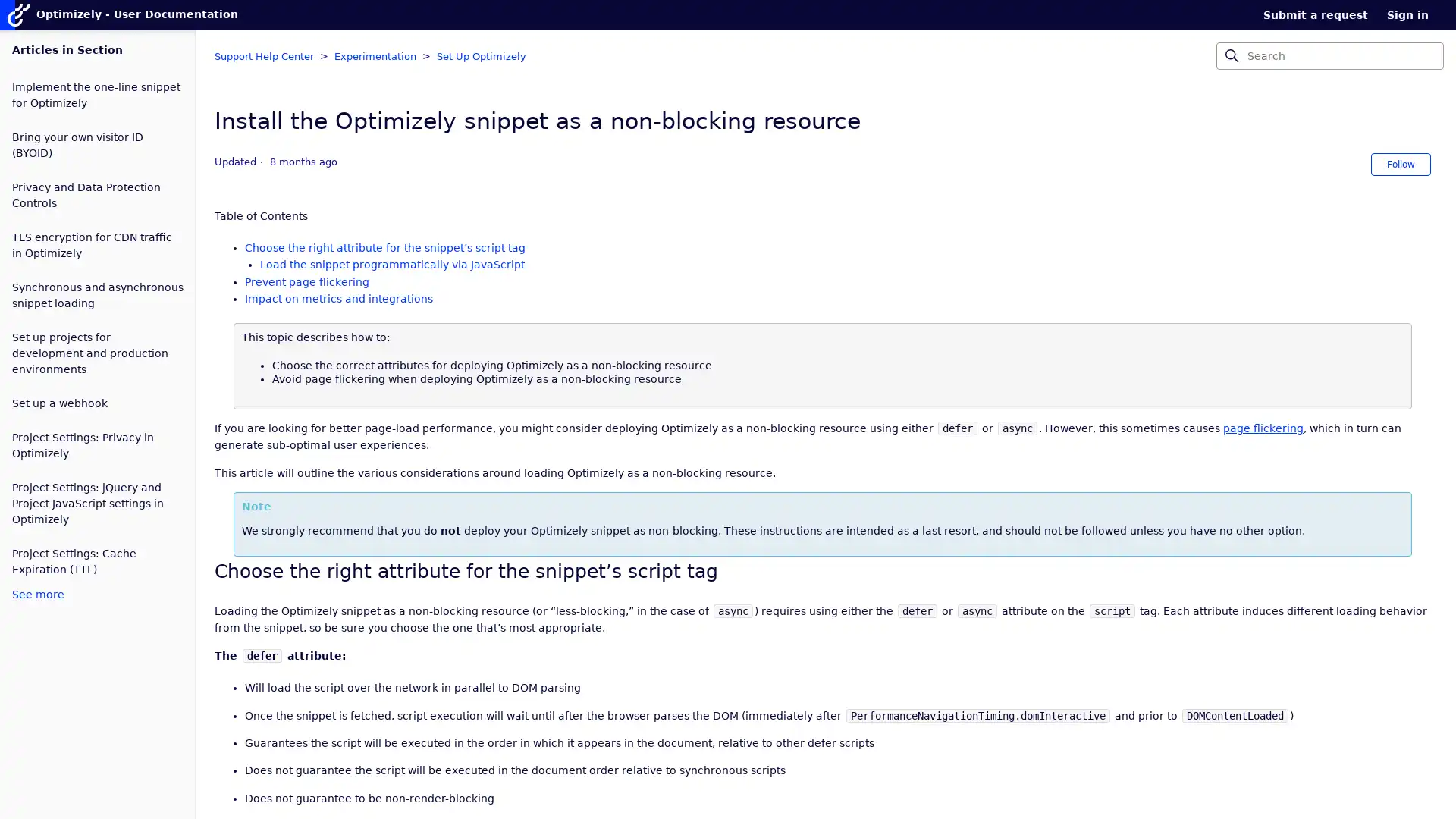  I want to click on Sign in, so click(1414, 14).